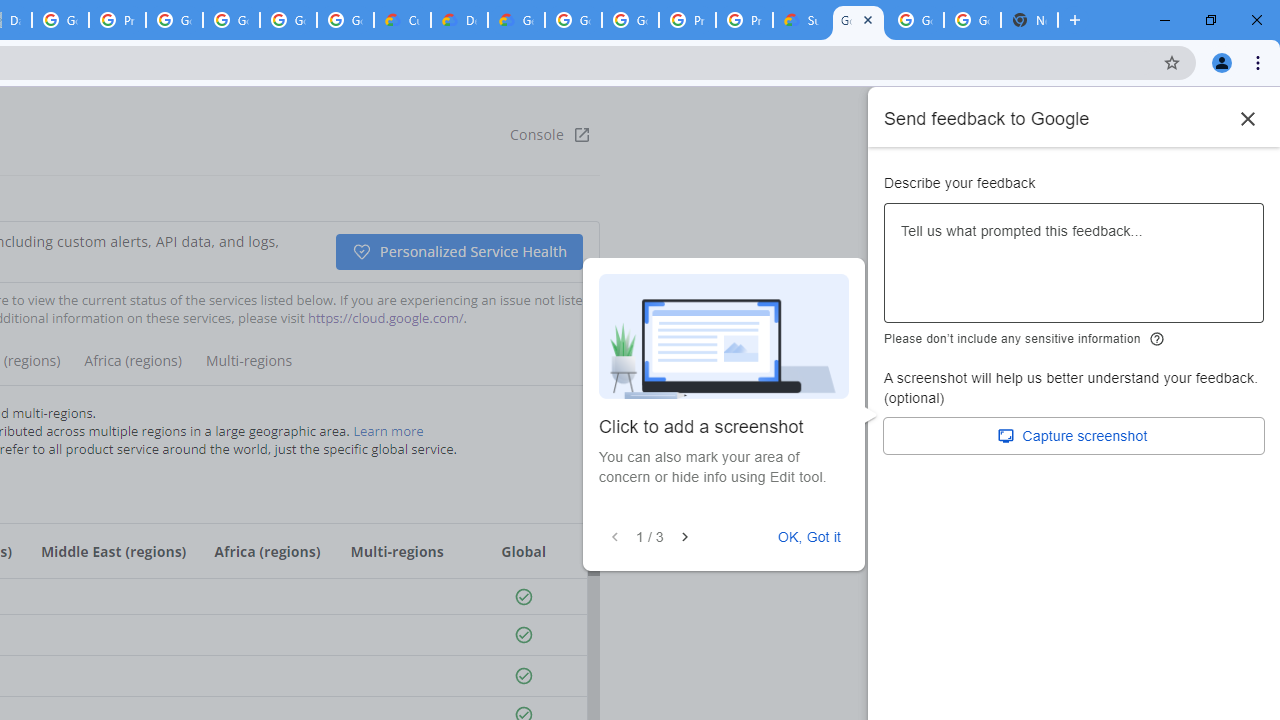 Image resolution: width=1280 pixels, height=720 pixels. I want to click on 'Describe your feedback', so click(1073, 271).